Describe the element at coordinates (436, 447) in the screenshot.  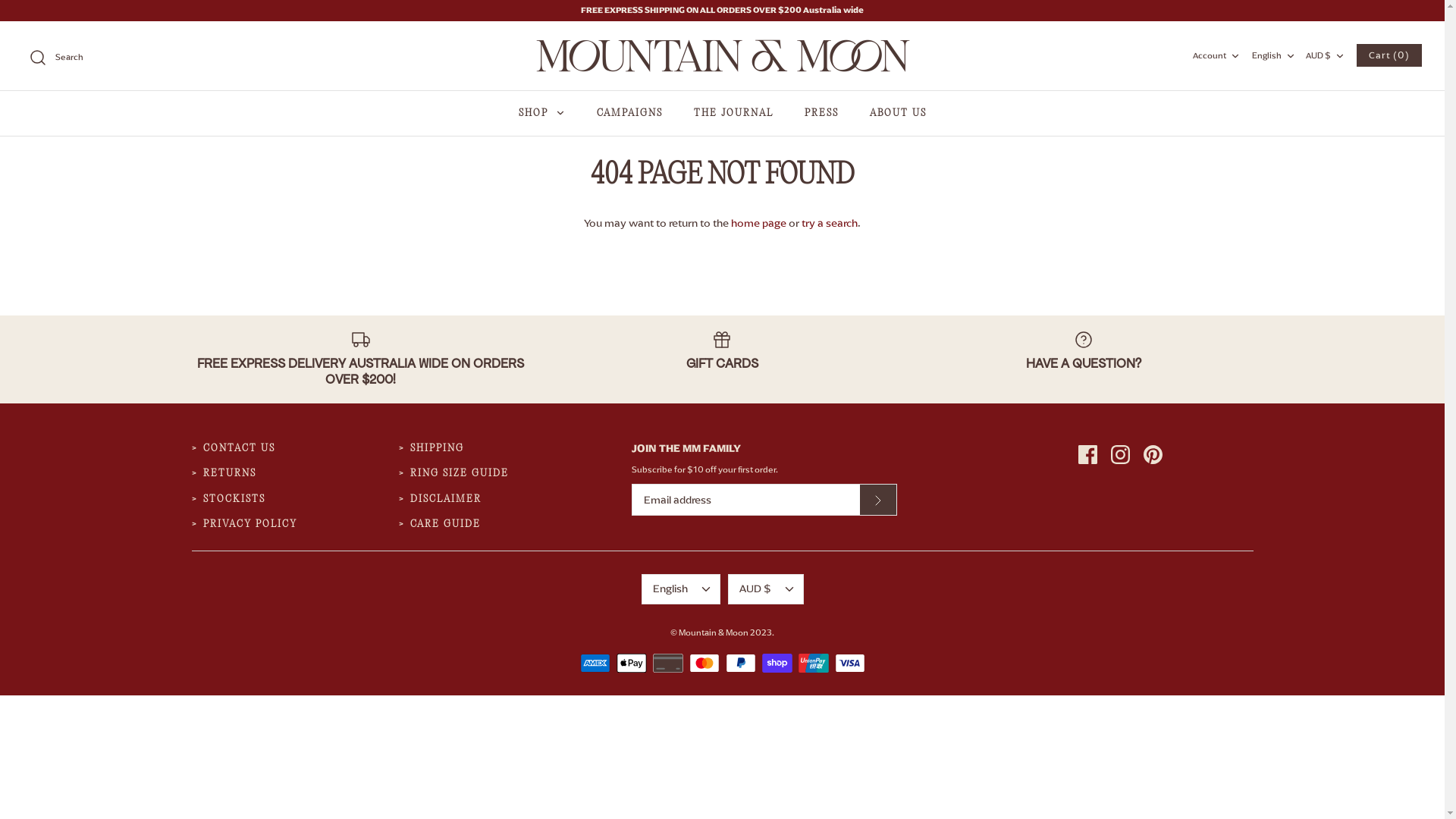
I see `'SHIPPING'` at that location.